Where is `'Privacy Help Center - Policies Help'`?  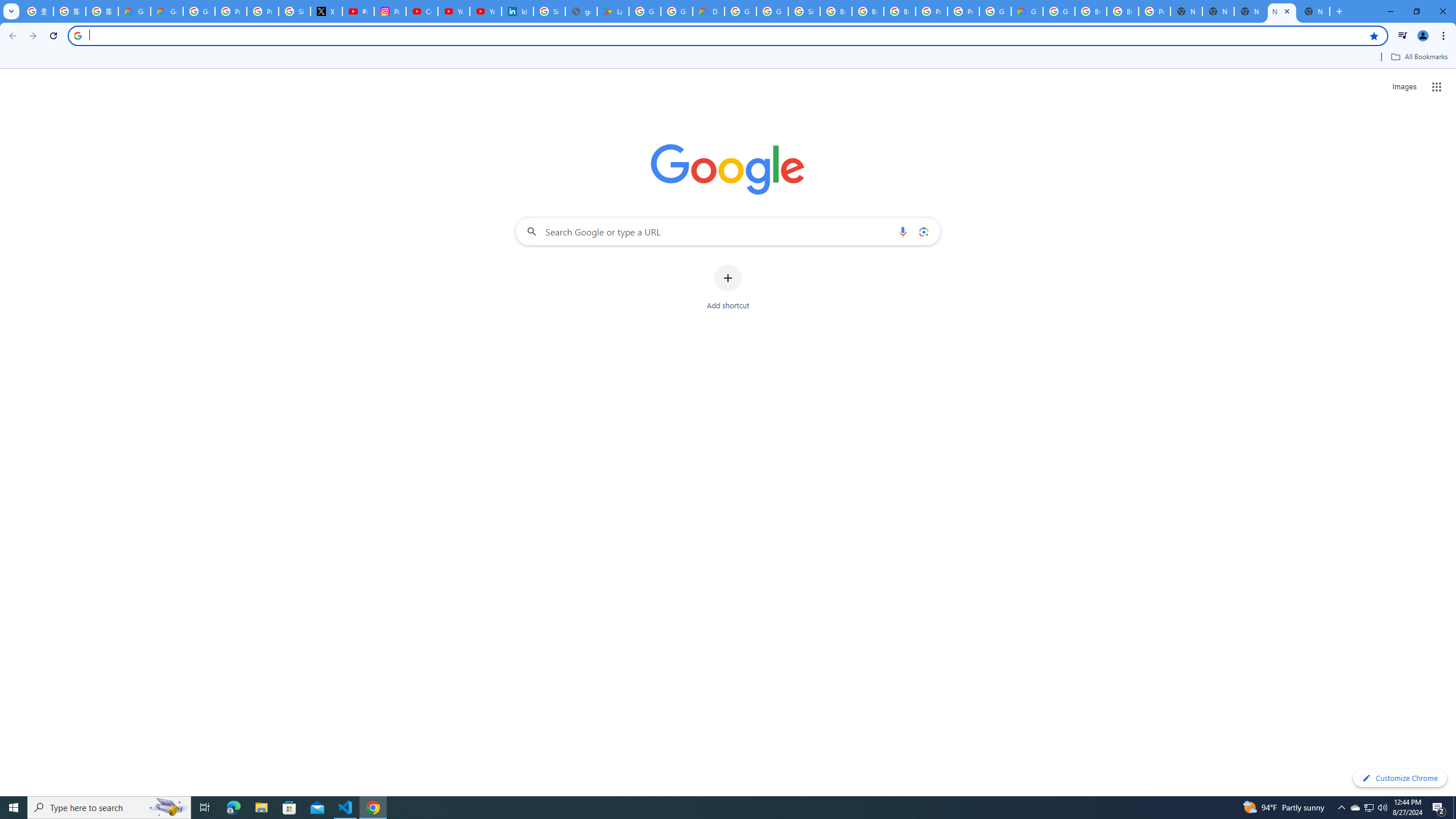 'Privacy Help Center - Policies Help' is located at coordinates (262, 11).